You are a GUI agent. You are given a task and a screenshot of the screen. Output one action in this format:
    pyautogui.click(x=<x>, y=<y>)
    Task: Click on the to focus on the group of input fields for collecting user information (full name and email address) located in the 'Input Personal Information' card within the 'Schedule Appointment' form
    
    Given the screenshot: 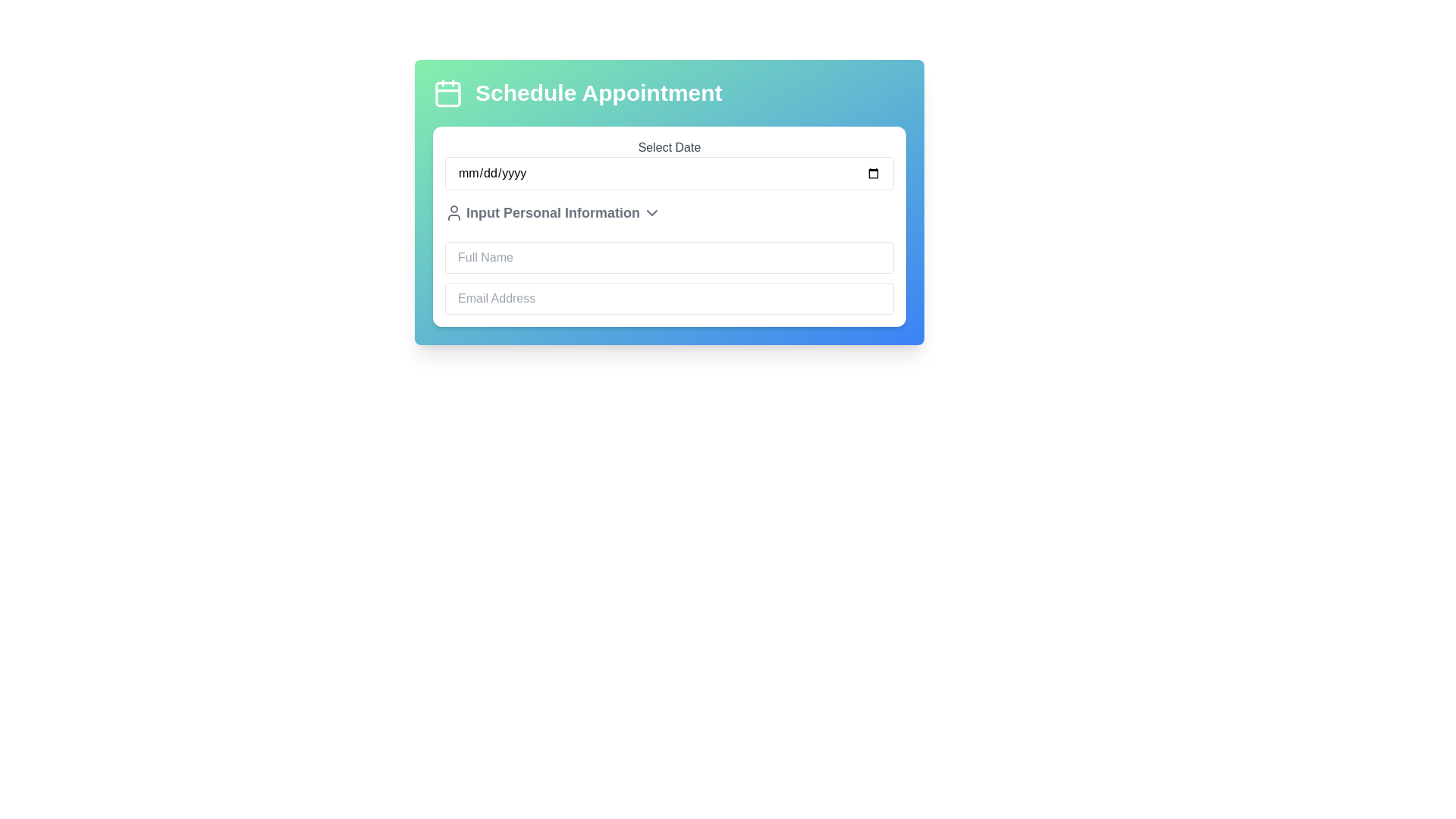 What is the action you would take?
    pyautogui.click(x=669, y=278)
    